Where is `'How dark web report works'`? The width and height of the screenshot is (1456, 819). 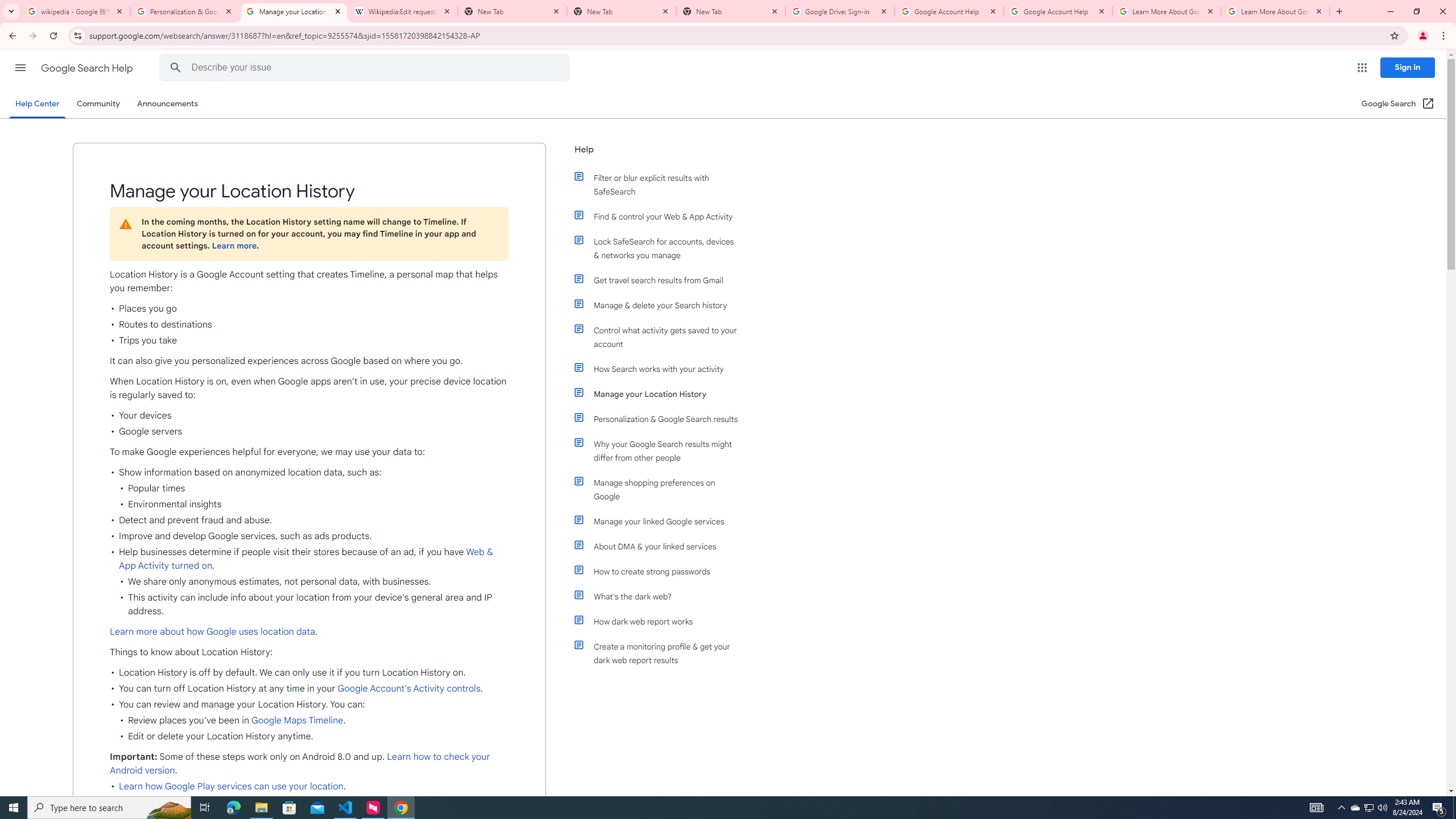
'How dark web report works' is located at coordinates (661, 621).